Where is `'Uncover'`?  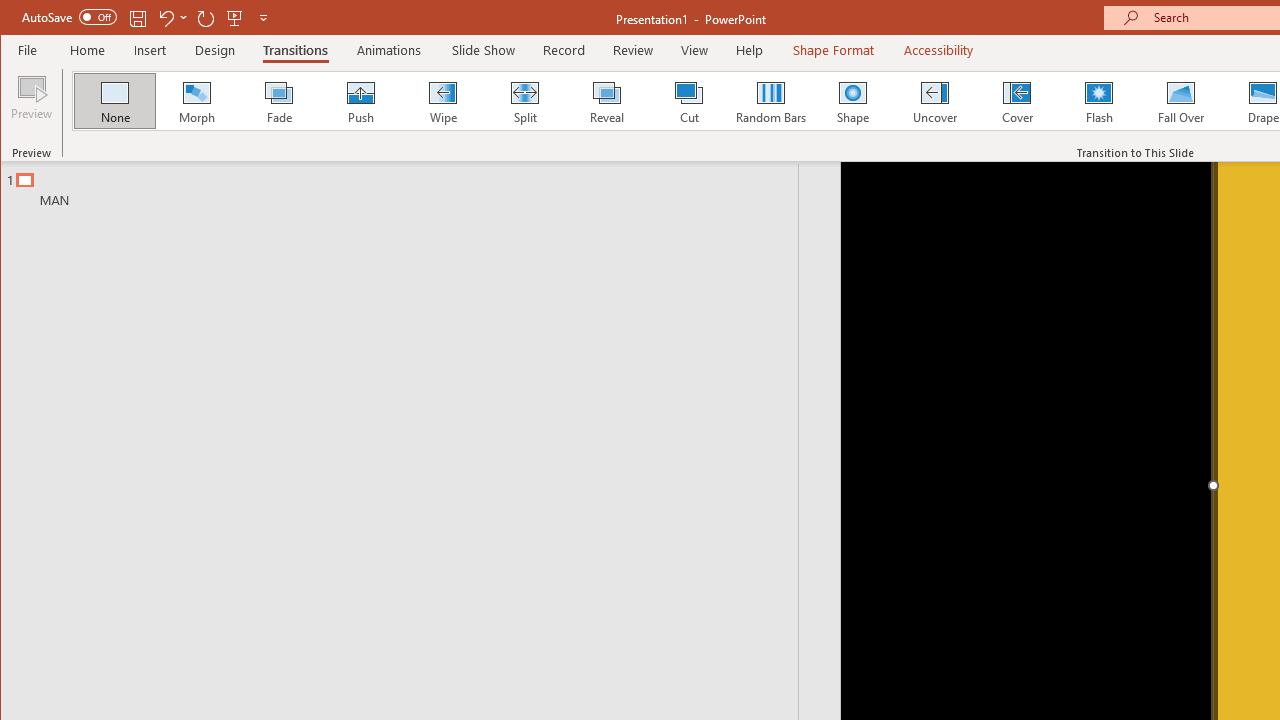
'Uncover' is located at coordinates (933, 100).